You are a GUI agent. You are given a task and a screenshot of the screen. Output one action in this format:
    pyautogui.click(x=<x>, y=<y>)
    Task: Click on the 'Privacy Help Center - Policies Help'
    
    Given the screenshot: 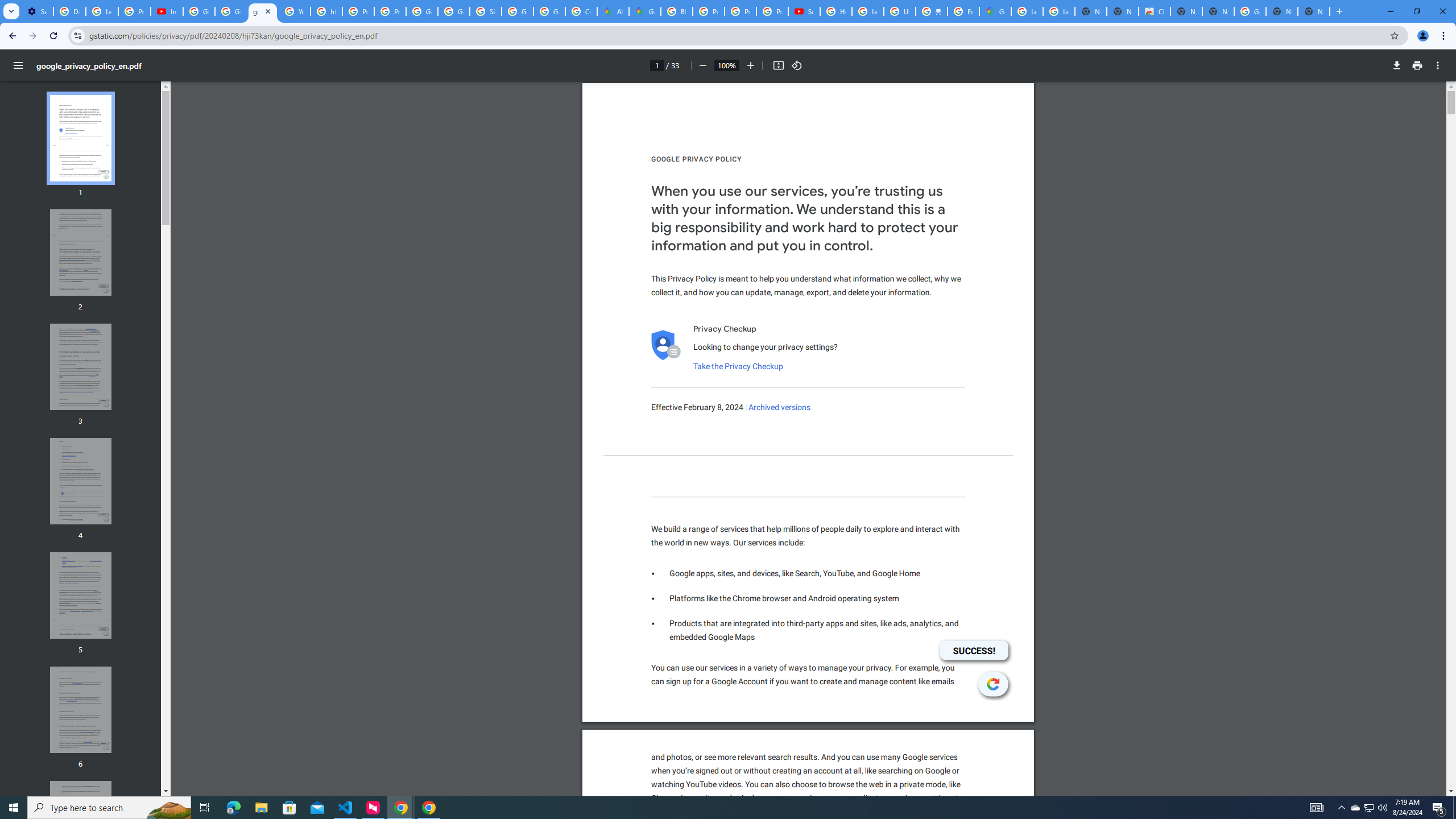 What is the action you would take?
    pyautogui.click(x=708, y=11)
    